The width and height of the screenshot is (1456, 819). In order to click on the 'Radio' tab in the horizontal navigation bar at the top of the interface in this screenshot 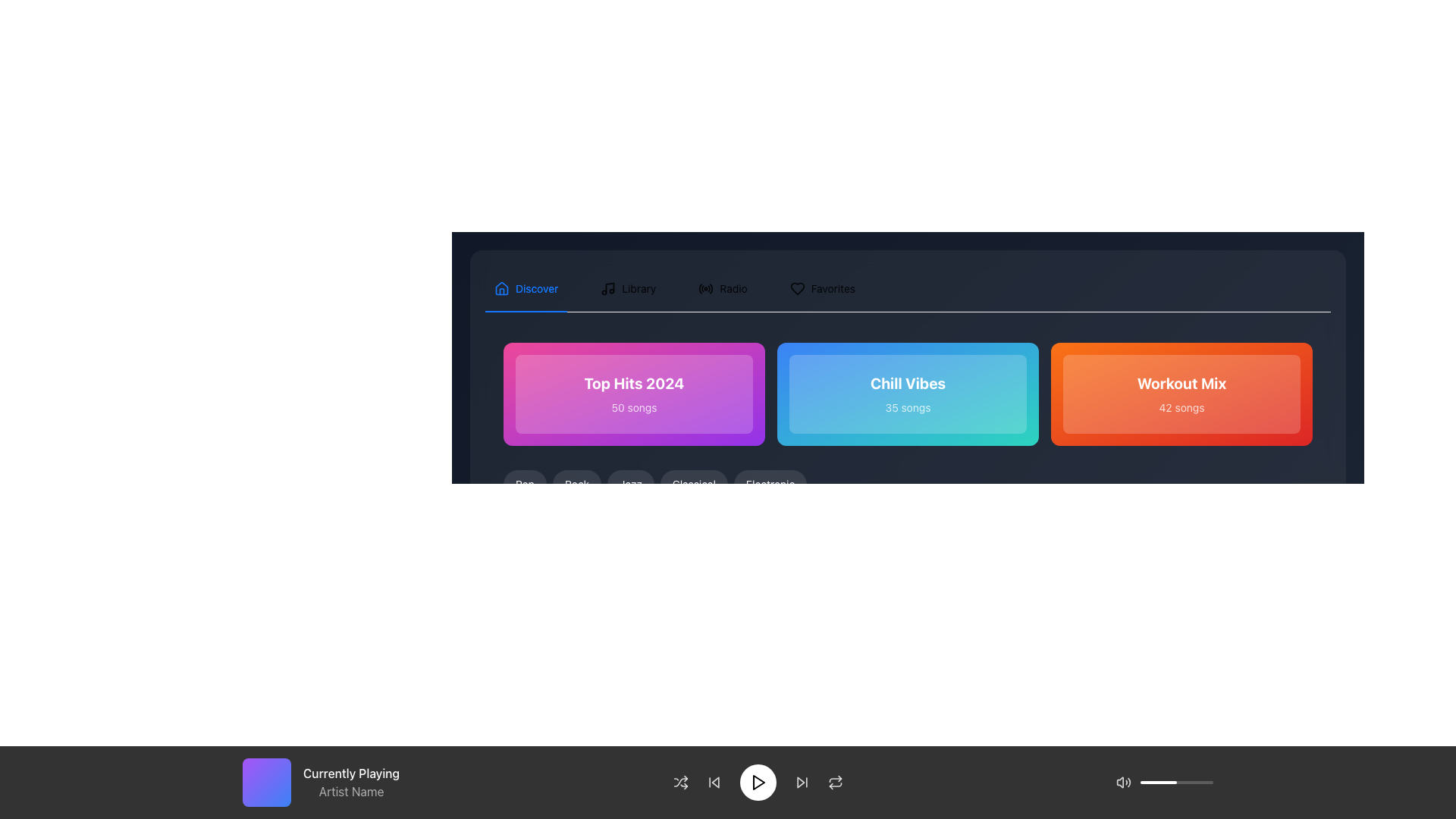, I will do `click(722, 289)`.